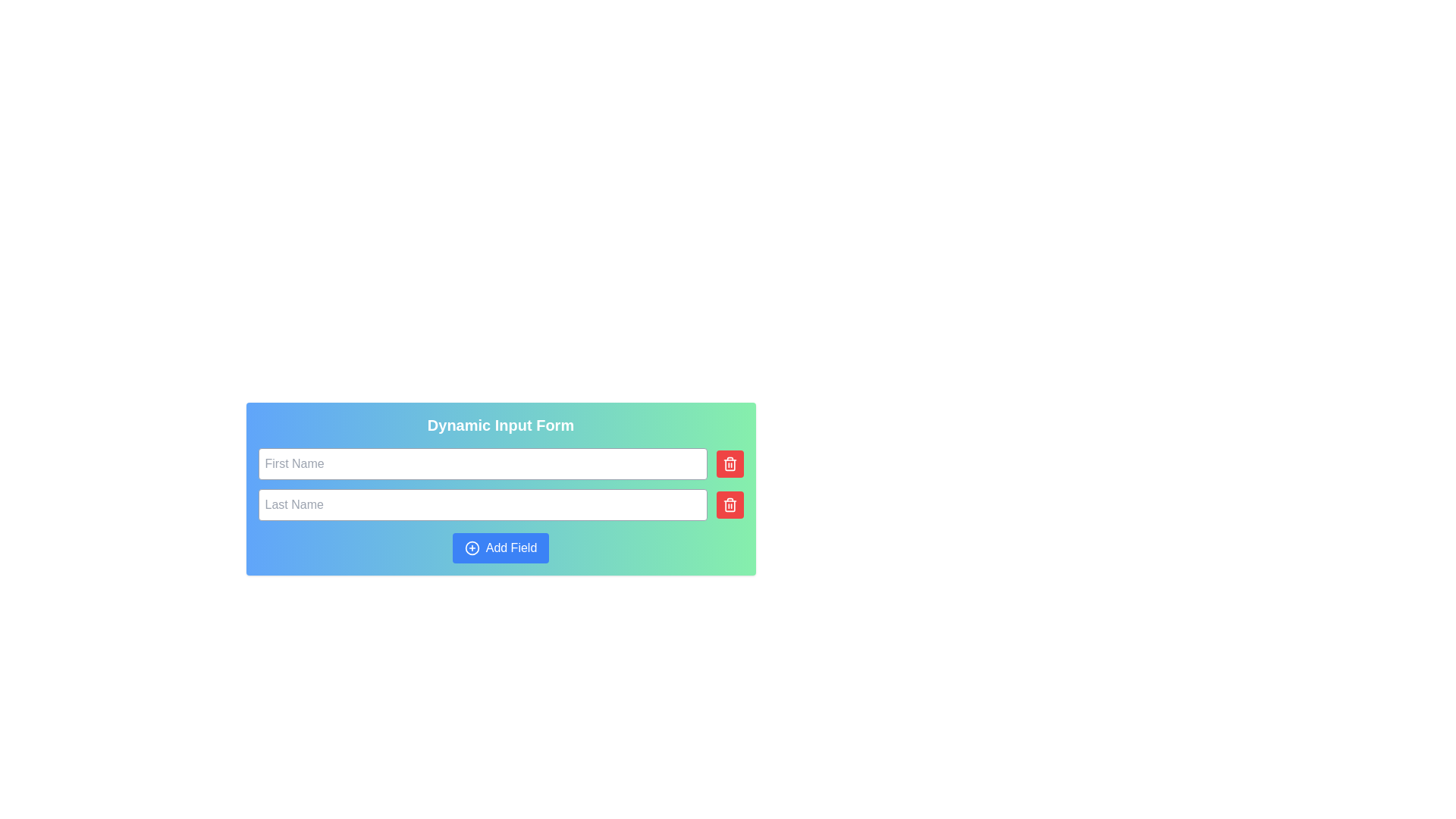 This screenshot has width=1456, height=819. What do you see at coordinates (500, 425) in the screenshot?
I see `the Text Label that serves as a title or header for the associated form, positioned above the input fields for 'First Name' and 'Last Name'` at bounding box center [500, 425].